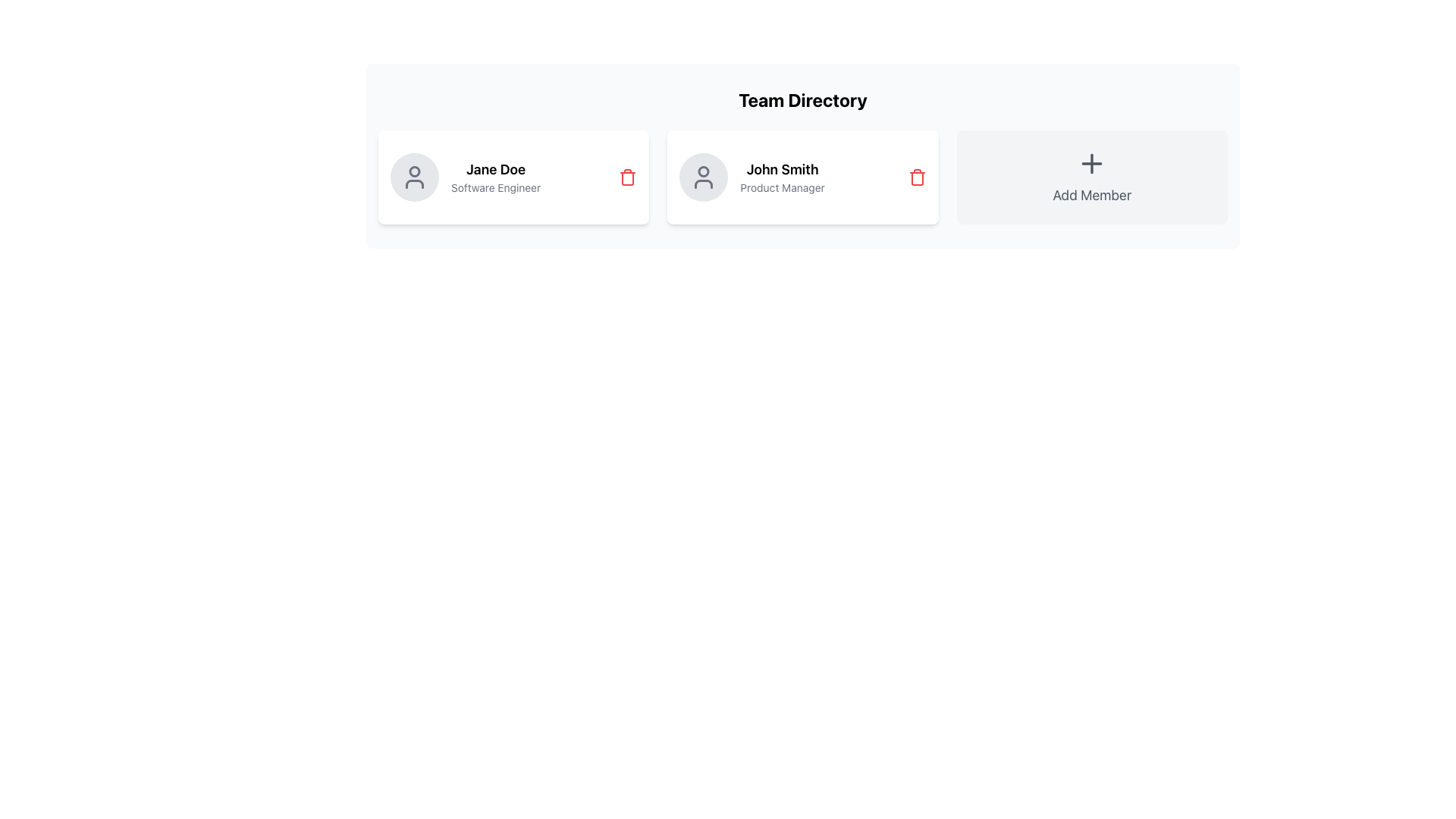 The image size is (1456, 819). What do you see at coordinates (703, 184) in the screenshot?
I see `the oval-like shape of the user profile icon within the 'John Smith Product Manager' card in the 'Team Directory' section` at bounding box center [703, 184].